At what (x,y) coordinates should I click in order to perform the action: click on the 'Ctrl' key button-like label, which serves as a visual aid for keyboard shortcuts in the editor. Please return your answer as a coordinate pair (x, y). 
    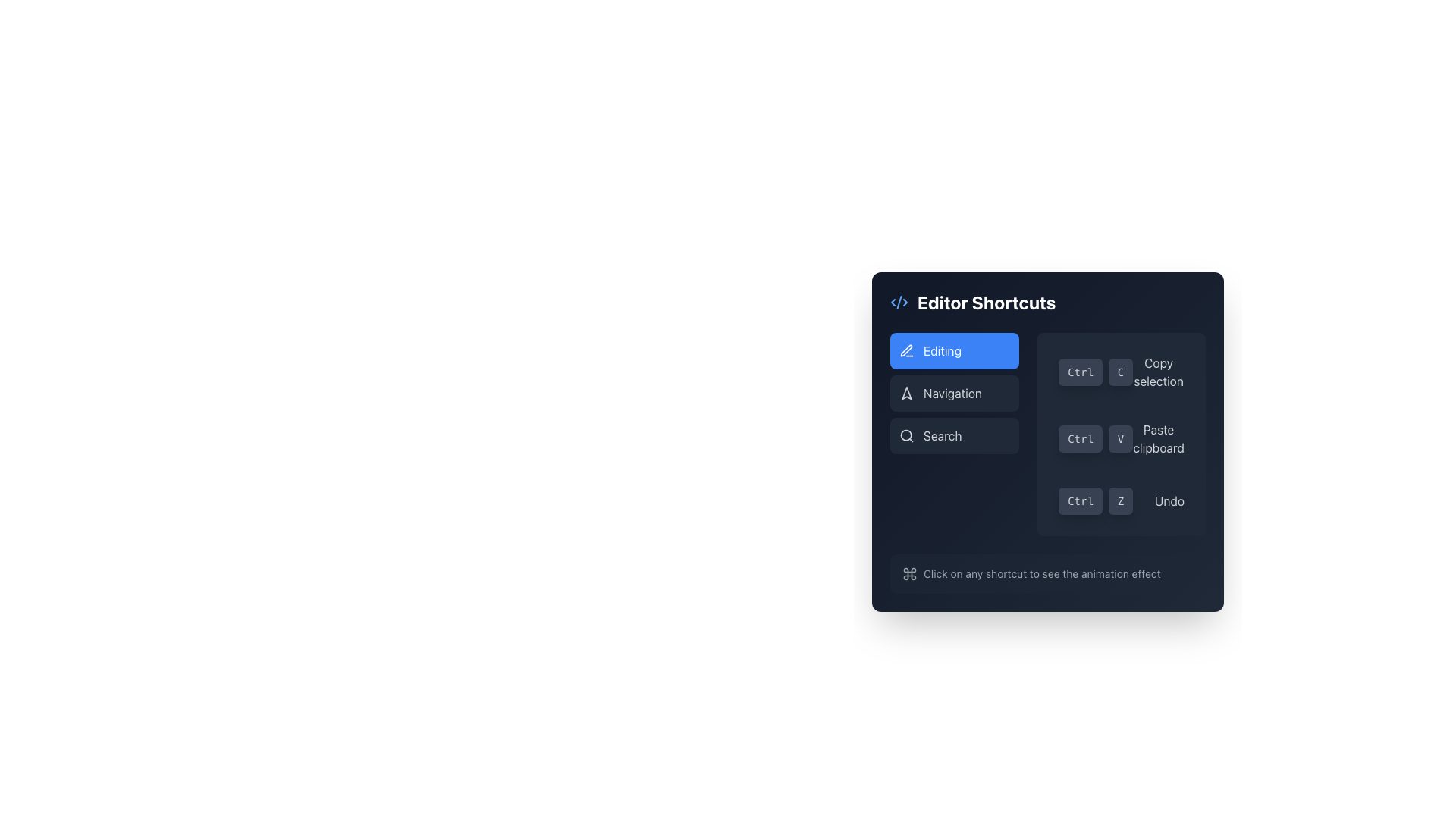
    Looking at the image, I should click on (1080, 438).